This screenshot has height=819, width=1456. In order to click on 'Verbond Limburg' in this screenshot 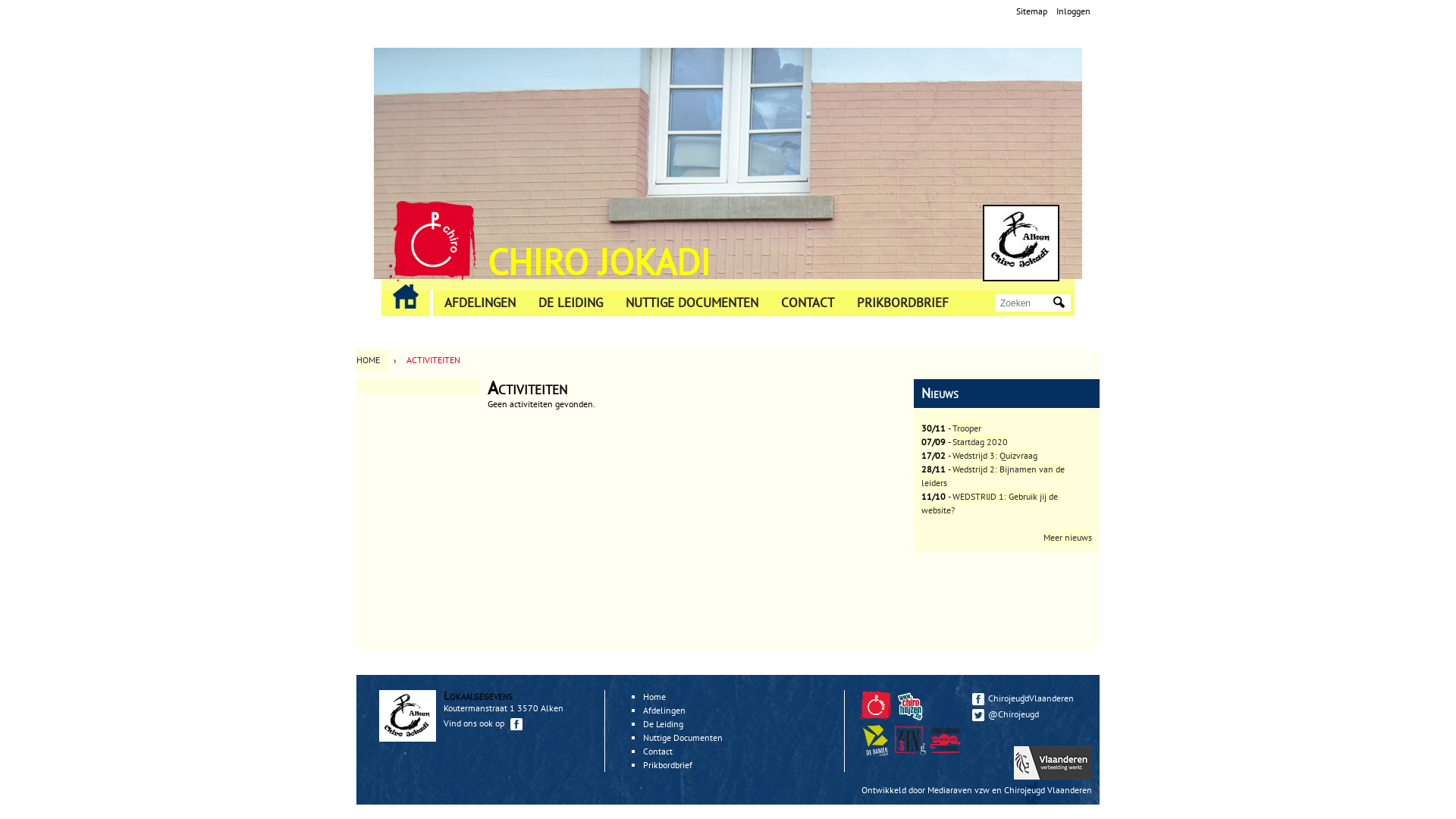, I will do `click(944, 739)`.